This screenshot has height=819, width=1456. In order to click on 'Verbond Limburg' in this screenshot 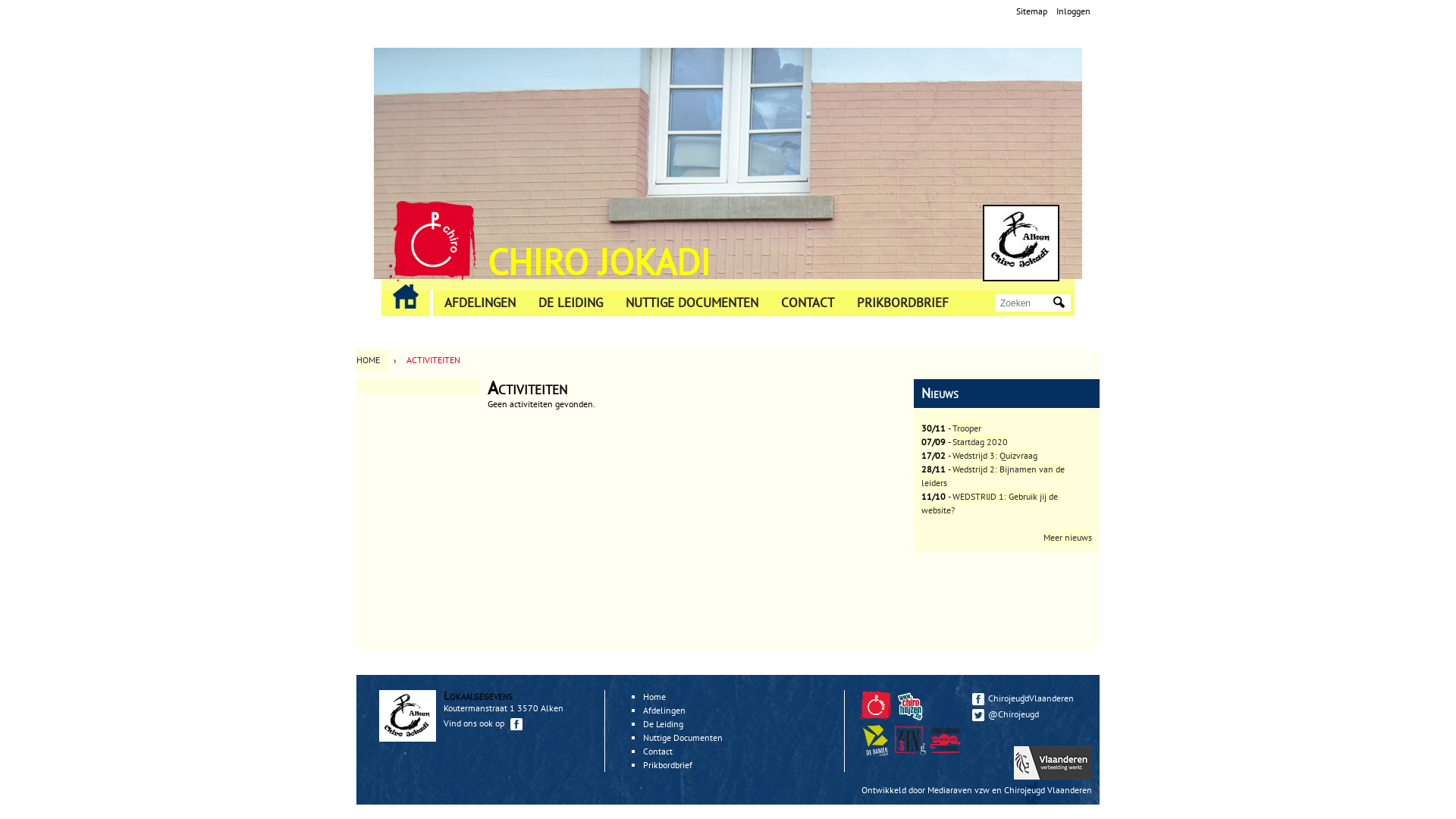, I will do `click(944, 739)`.